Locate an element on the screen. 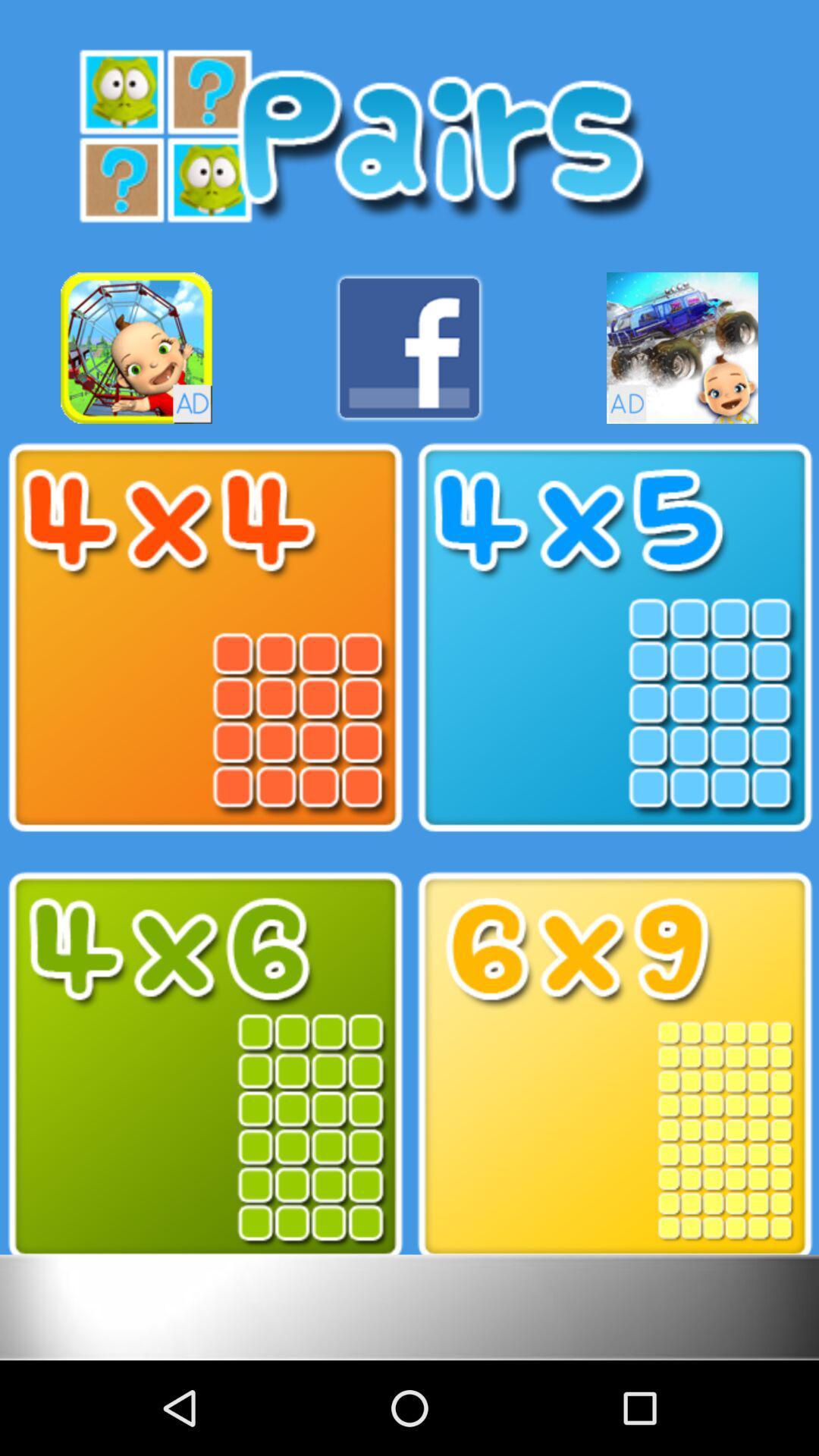 The width and height of the screenshot is (819, 1456). the option is located at coordinates (205, 638).